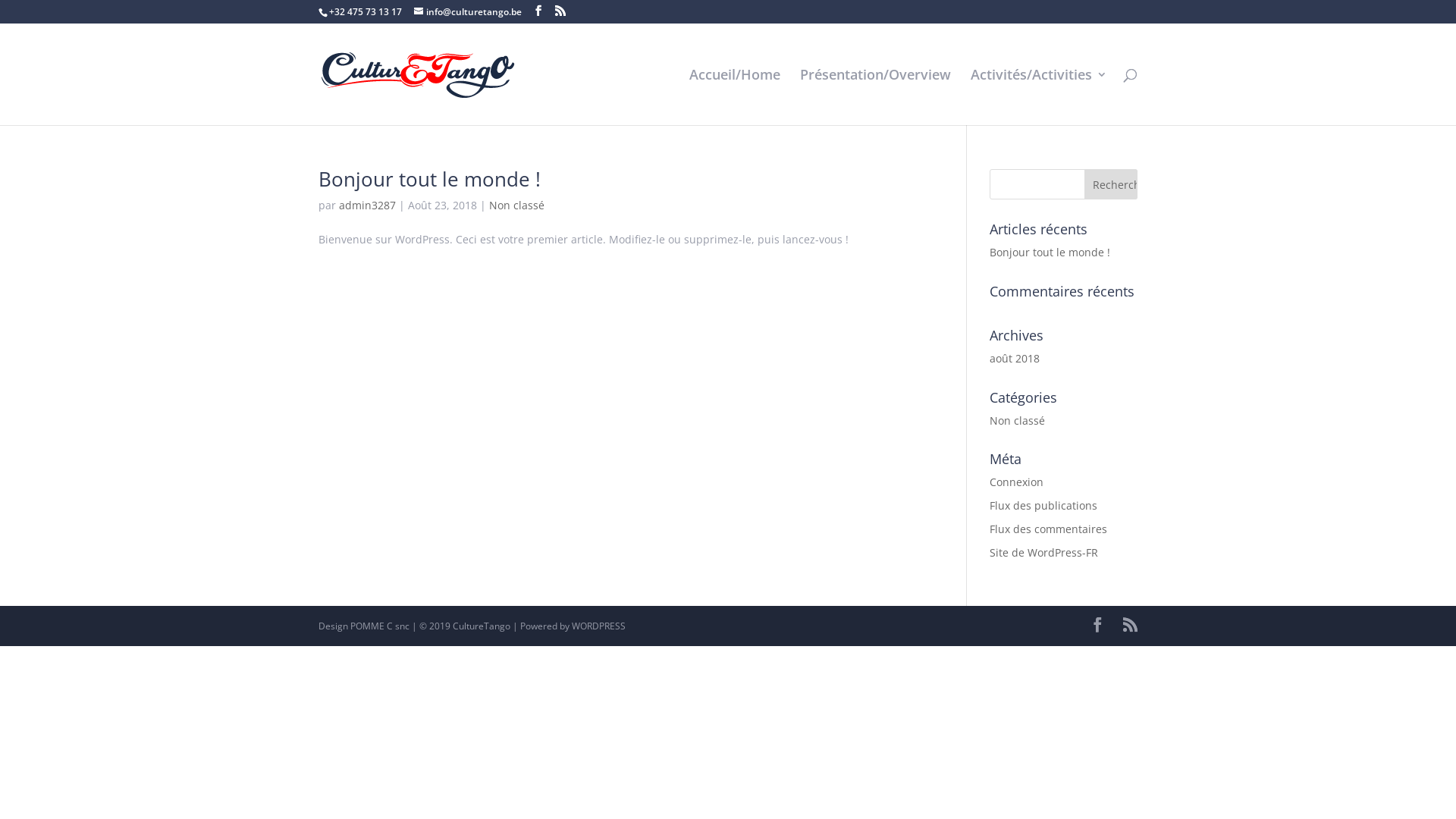 The image size is (1456, 819). Describe the element at coordinates (990, 505) in the screenshot. I see `'Flux des publications'` at that location.